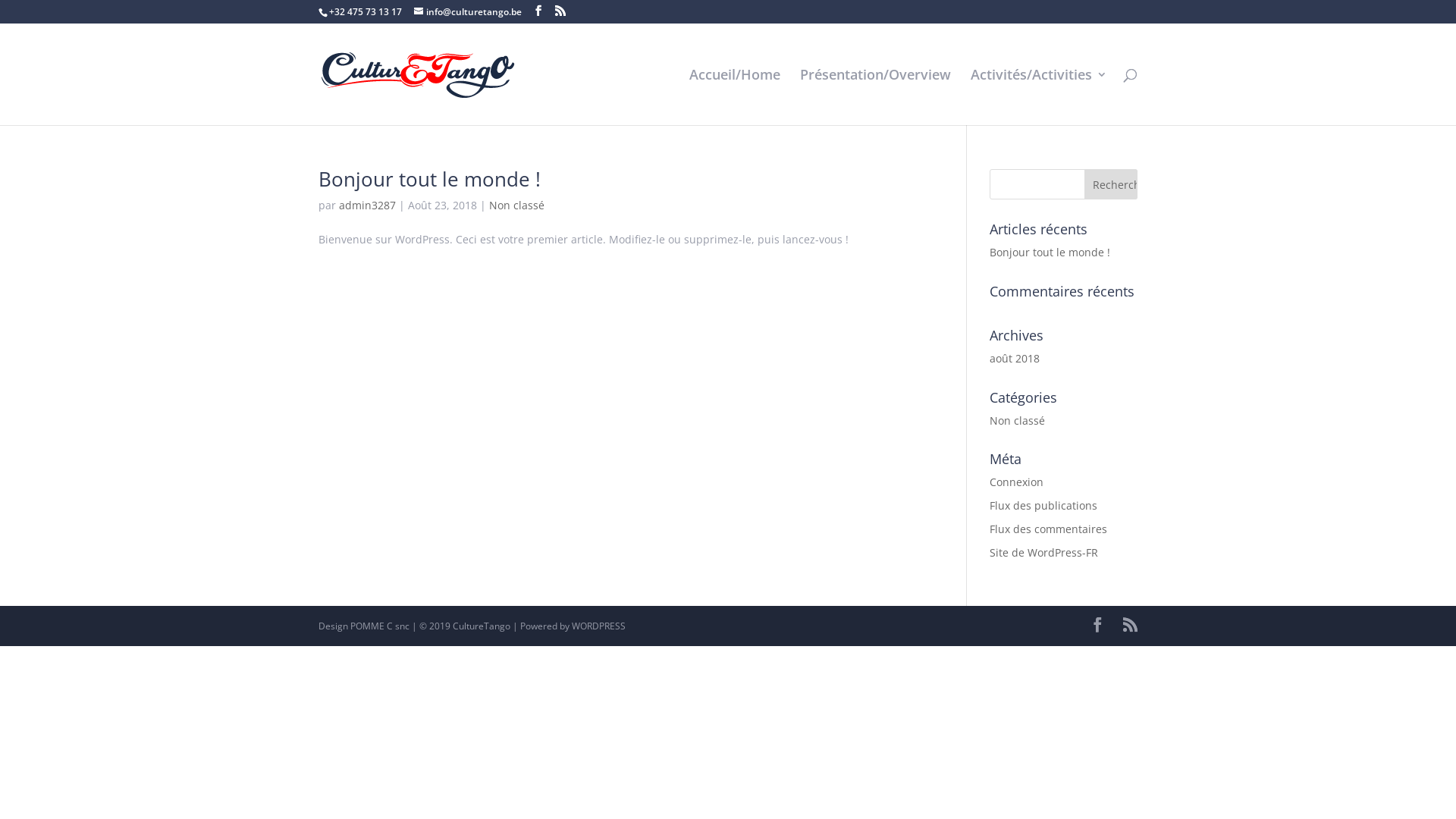 The image size is (1456, 819). Describe the element at coordinates (990, 505) in the screenshot. I see `'Flux des publications'` at that location.